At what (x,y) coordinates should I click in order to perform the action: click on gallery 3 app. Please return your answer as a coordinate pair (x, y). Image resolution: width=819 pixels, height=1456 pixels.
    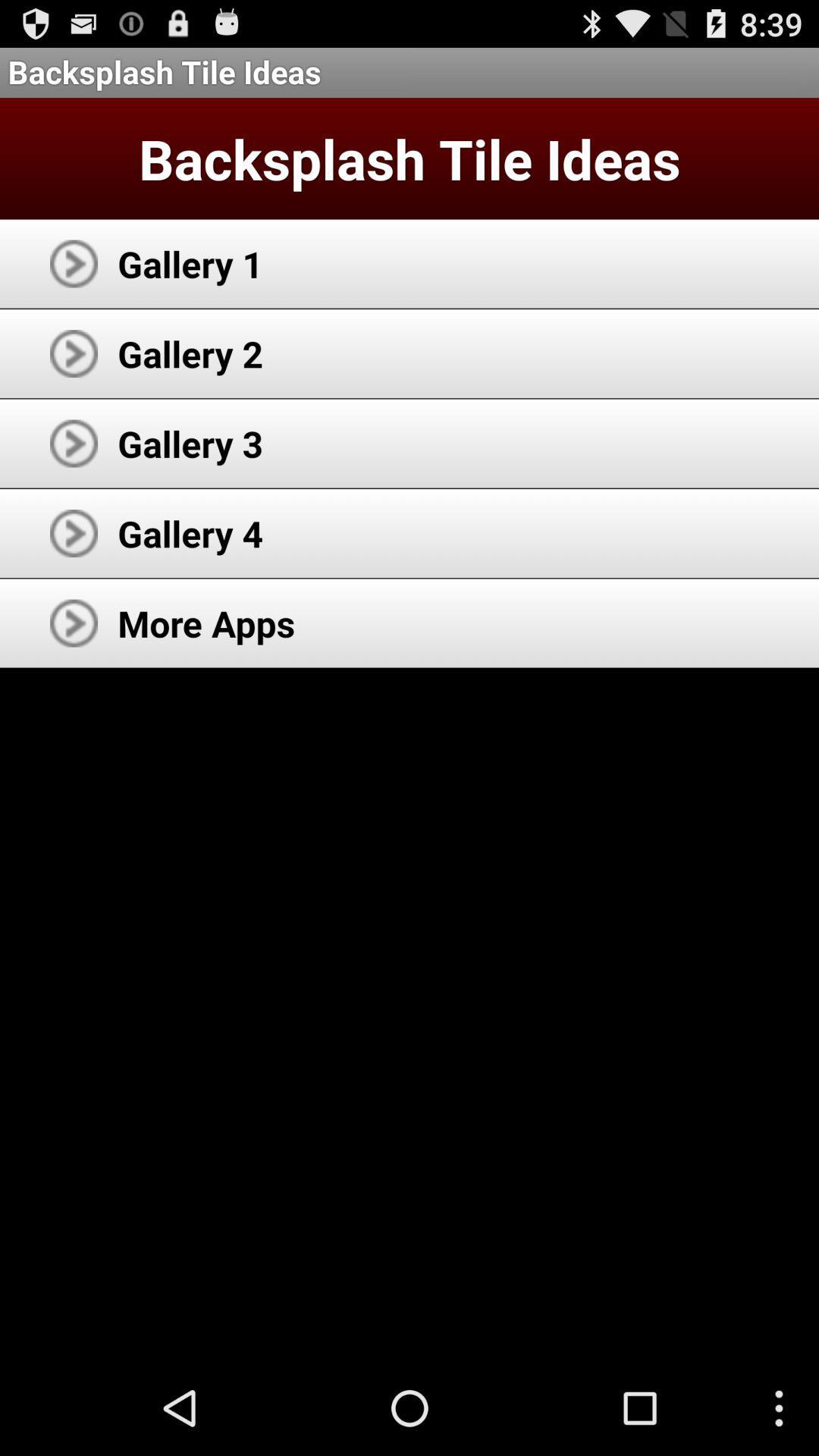
    Looking at the image, I should click on (190, 443).